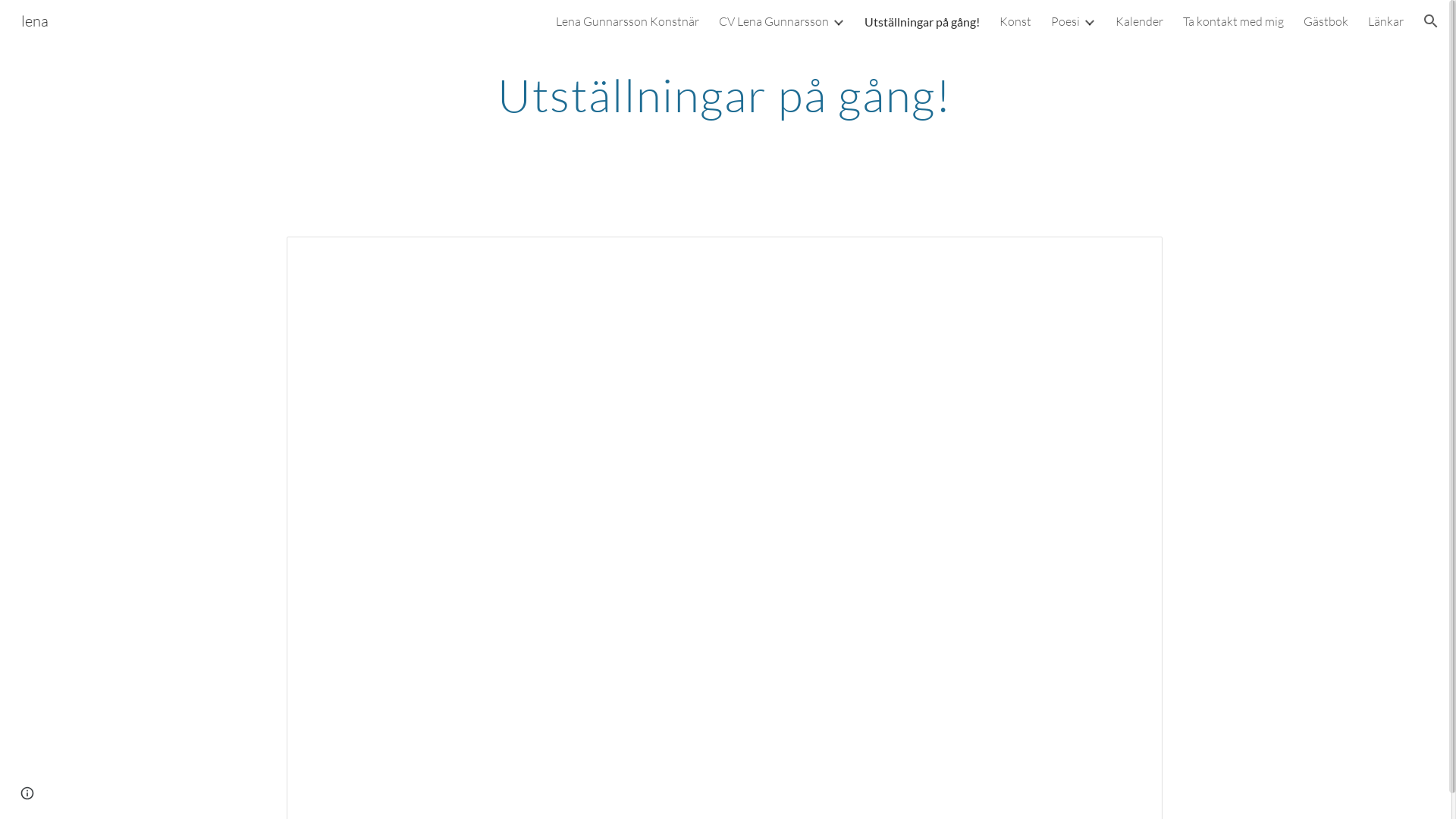 This screenshot has height=819, width=1456. I want to click on 'CV Lena Gunnarsson', so click(773, 20).